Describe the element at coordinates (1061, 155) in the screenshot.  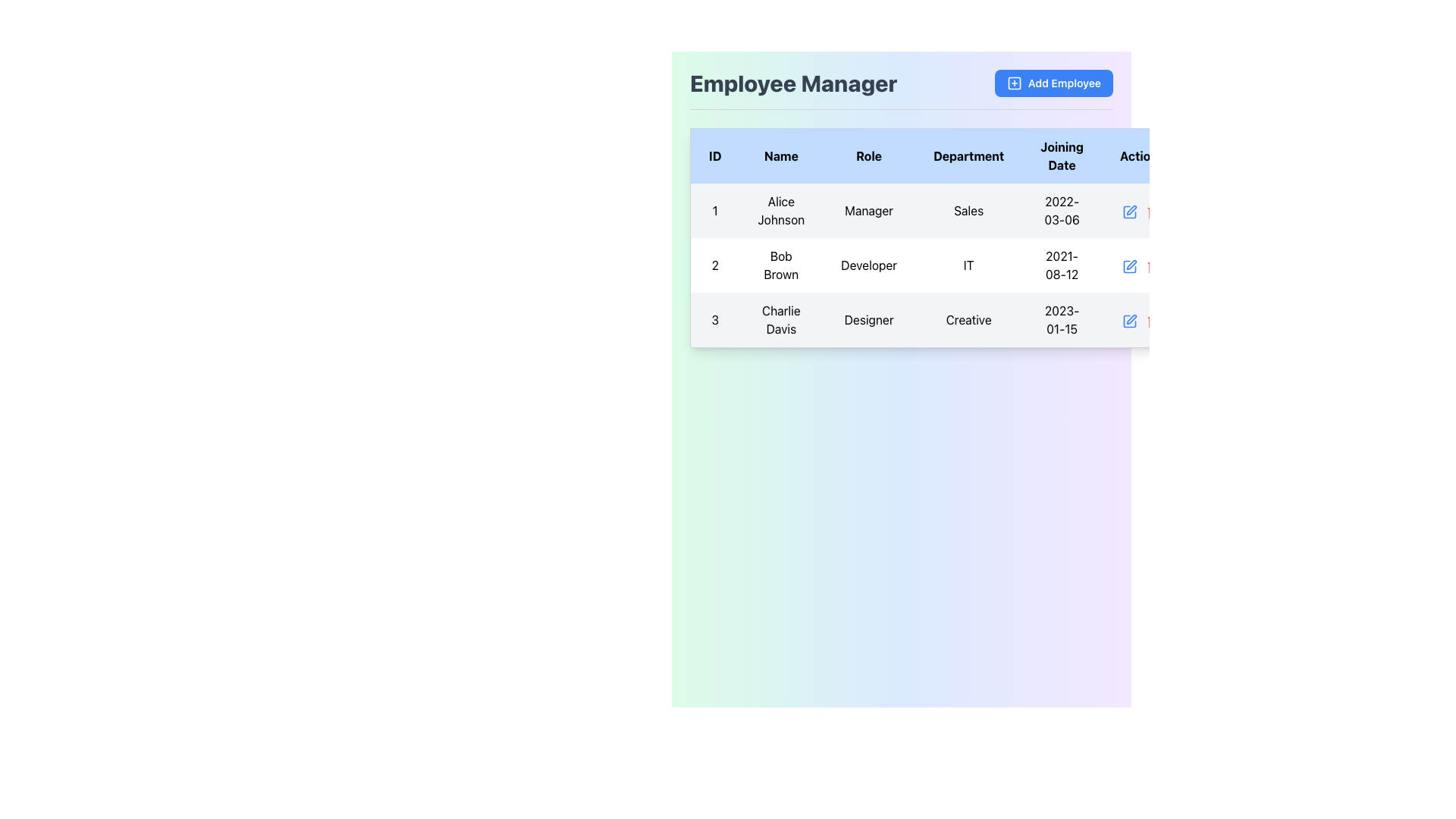
I see `the header cell that indicates the column for employees' joining dates in the table, which is the fifth header cell in the row` at that location.